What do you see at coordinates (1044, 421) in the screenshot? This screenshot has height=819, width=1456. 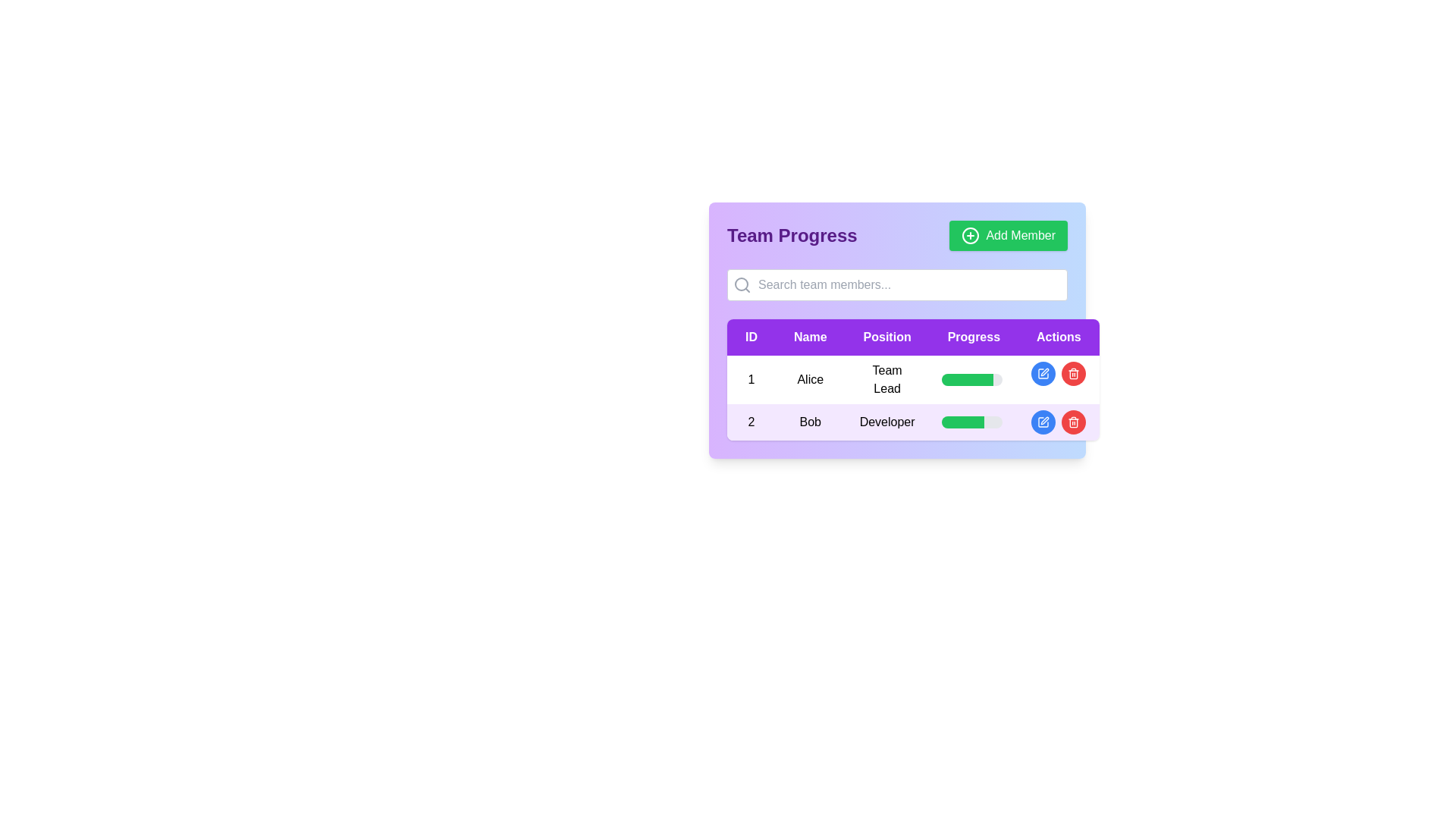 I see `the editing button icon in the 'Actions' column for the row corresponding to 'Bob' in the displayed table` at bounding box center [1044, 421].